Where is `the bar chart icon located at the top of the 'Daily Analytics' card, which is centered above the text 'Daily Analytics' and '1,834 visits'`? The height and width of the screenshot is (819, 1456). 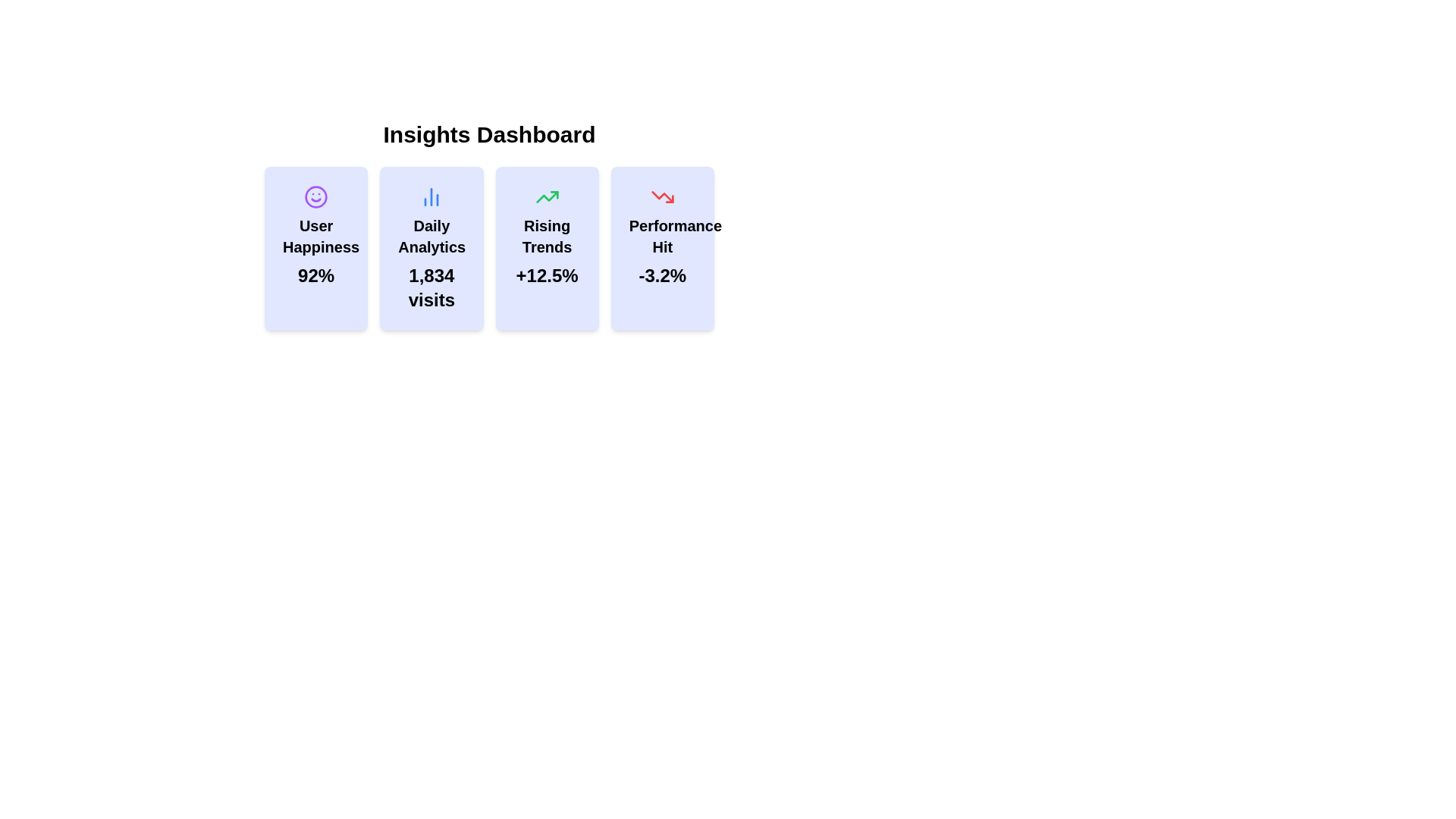
the bar chart icon located at the top of the 'Daily Analytics' card, which is centered above the text 'Daily Analytics' and '1,834 visits' is located at coordinates (431, 196).